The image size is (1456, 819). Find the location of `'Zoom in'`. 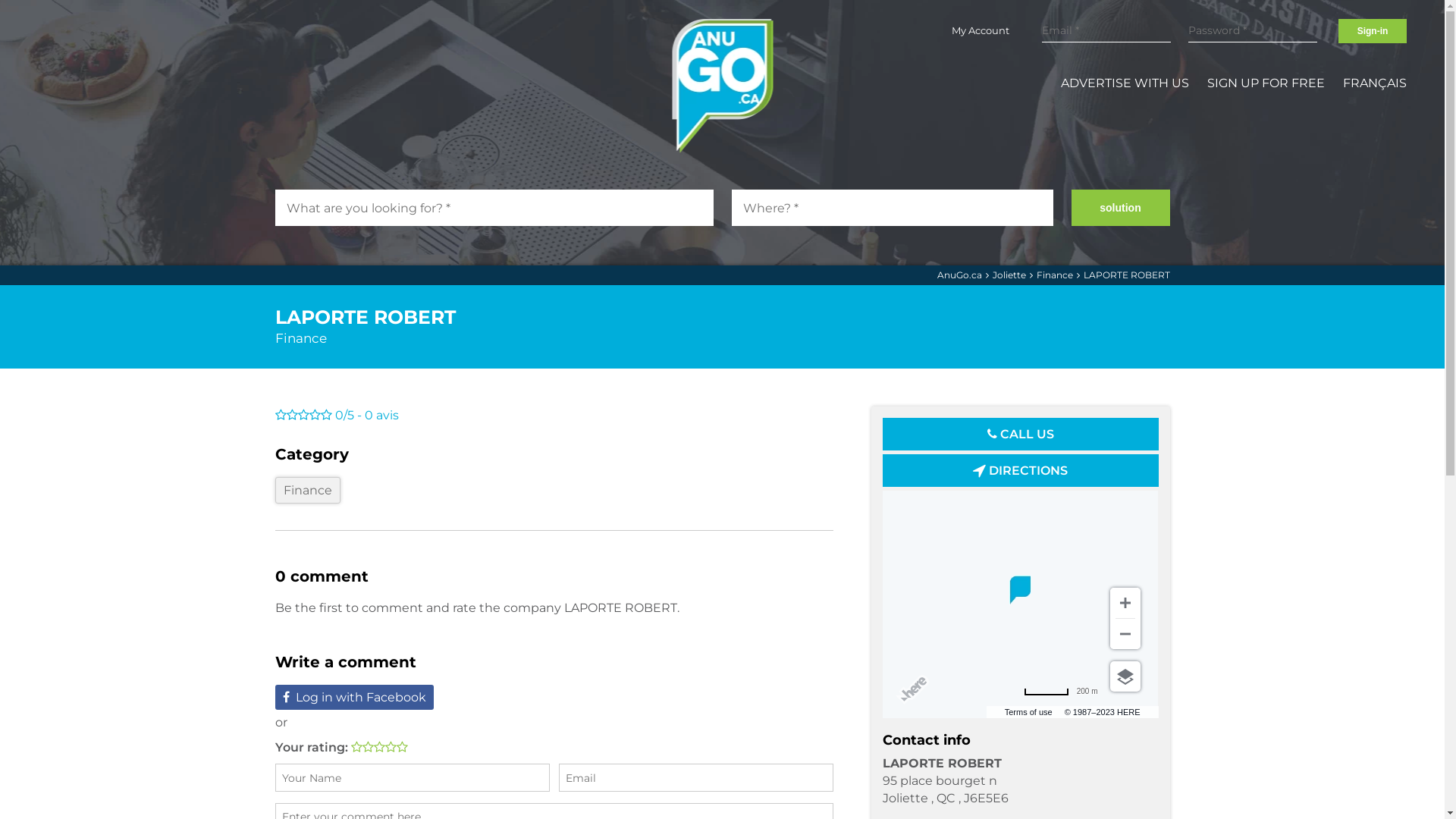

'Zoom in' is located at coordinates (1125, 601).